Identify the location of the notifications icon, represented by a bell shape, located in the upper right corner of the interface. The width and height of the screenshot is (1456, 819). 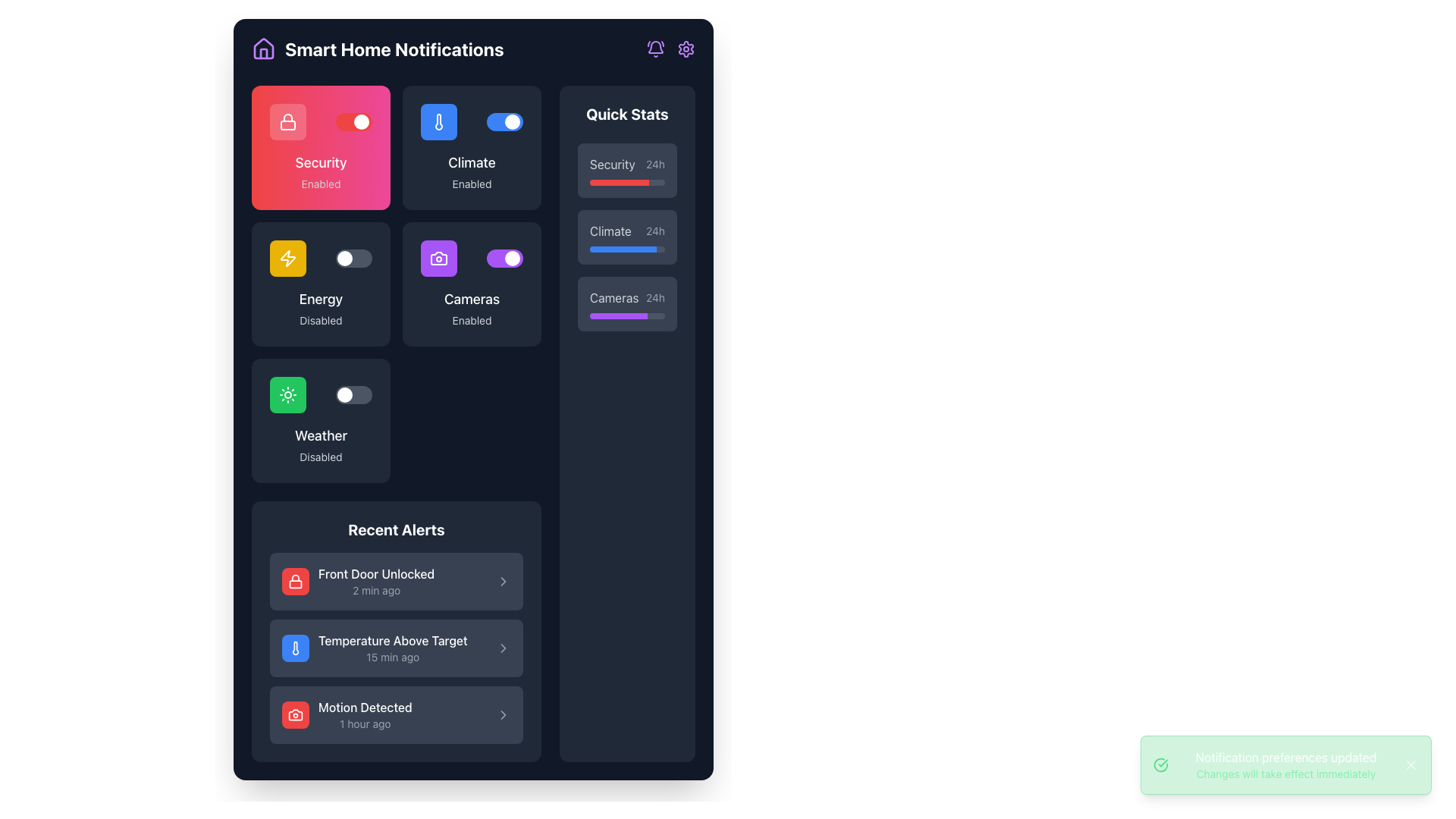
(655, 49).